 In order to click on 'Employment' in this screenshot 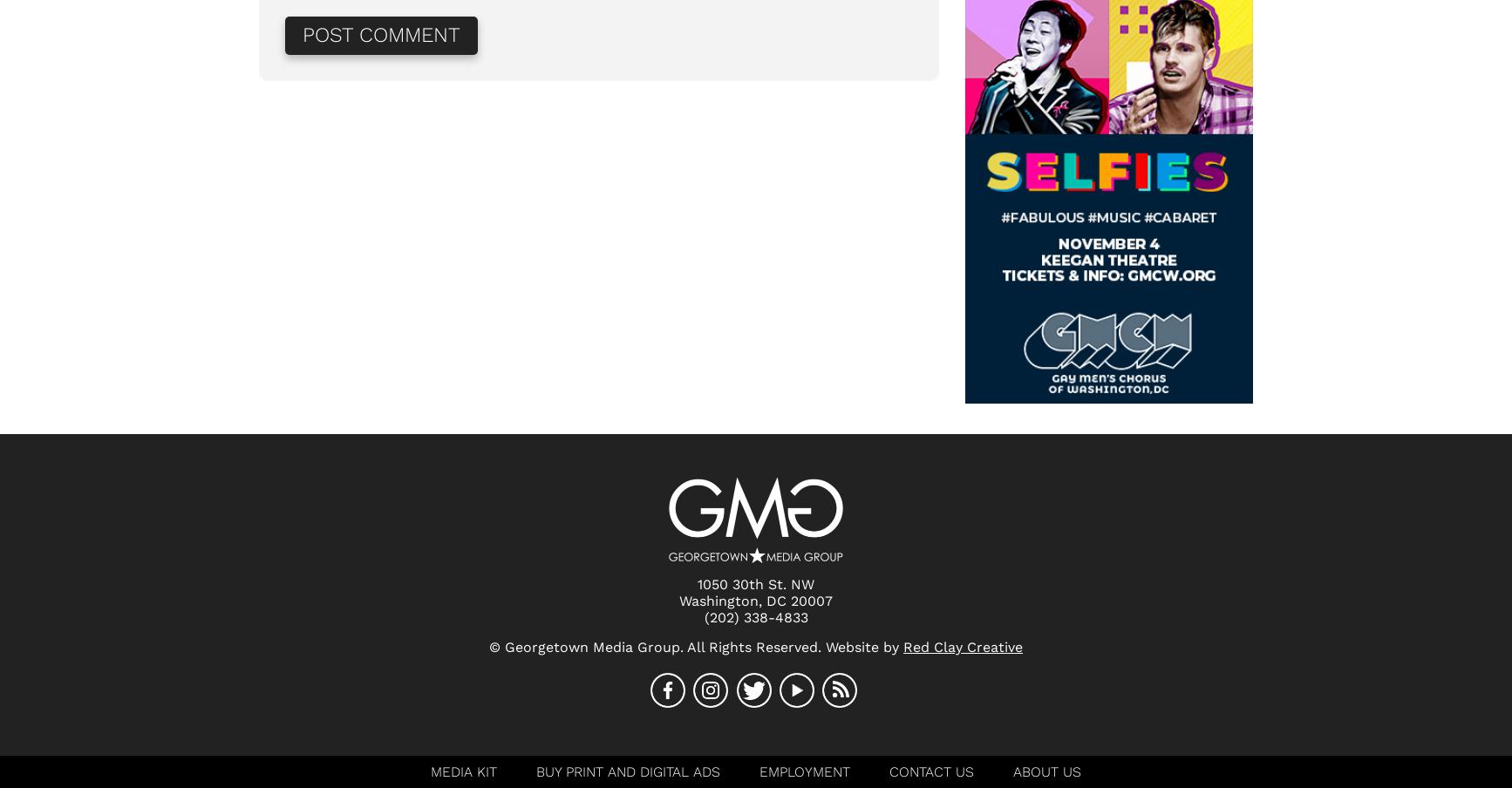, I will do `click(805, 771)`.